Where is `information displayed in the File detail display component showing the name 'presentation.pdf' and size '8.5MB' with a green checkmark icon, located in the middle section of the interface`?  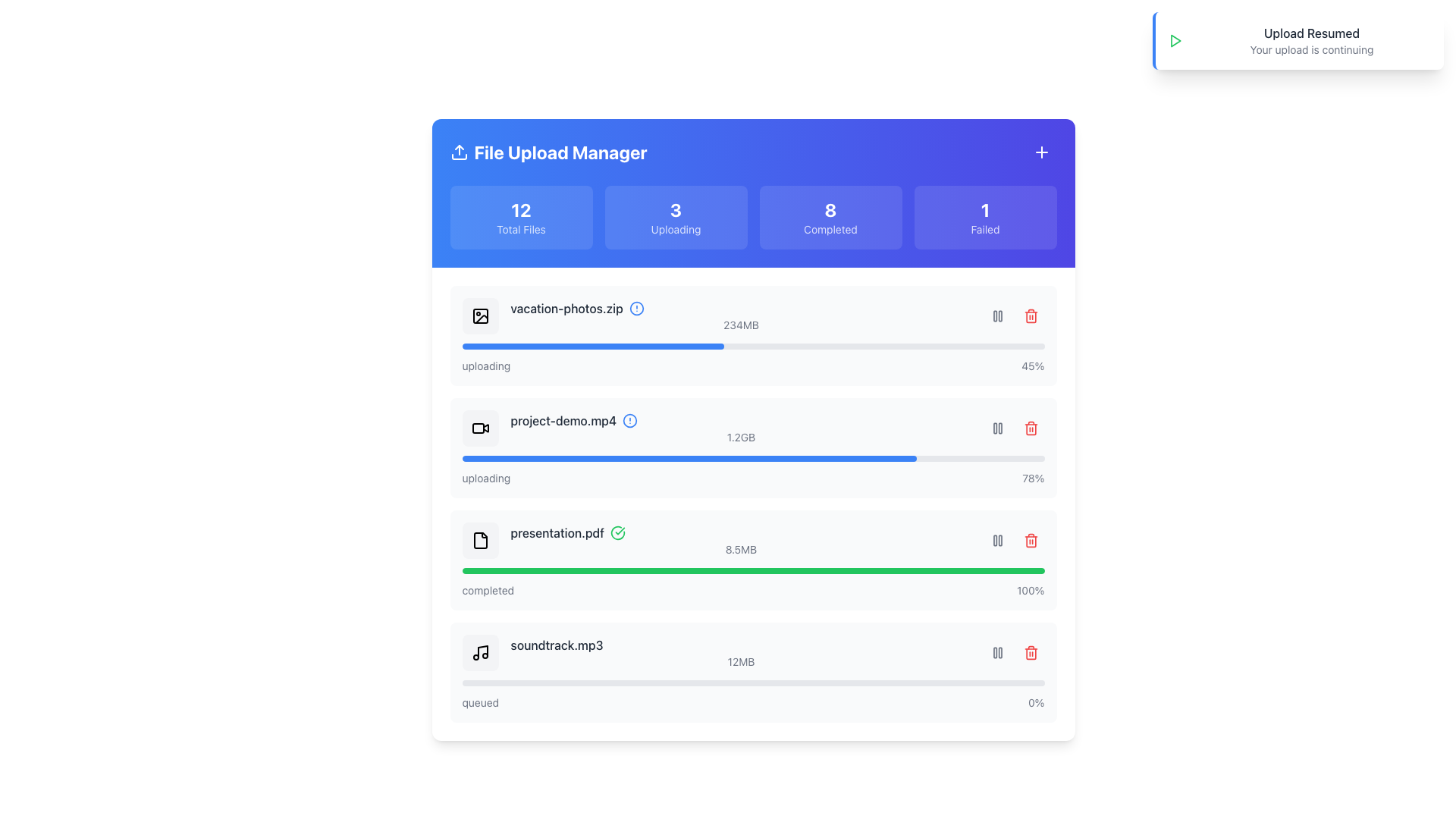
information displayed in the File detail display component showing the name 'presentation.pdf' and size '8.5MB' with a green checkmark icon, located in the middle section of the interface is located at coordinates (741, 540).